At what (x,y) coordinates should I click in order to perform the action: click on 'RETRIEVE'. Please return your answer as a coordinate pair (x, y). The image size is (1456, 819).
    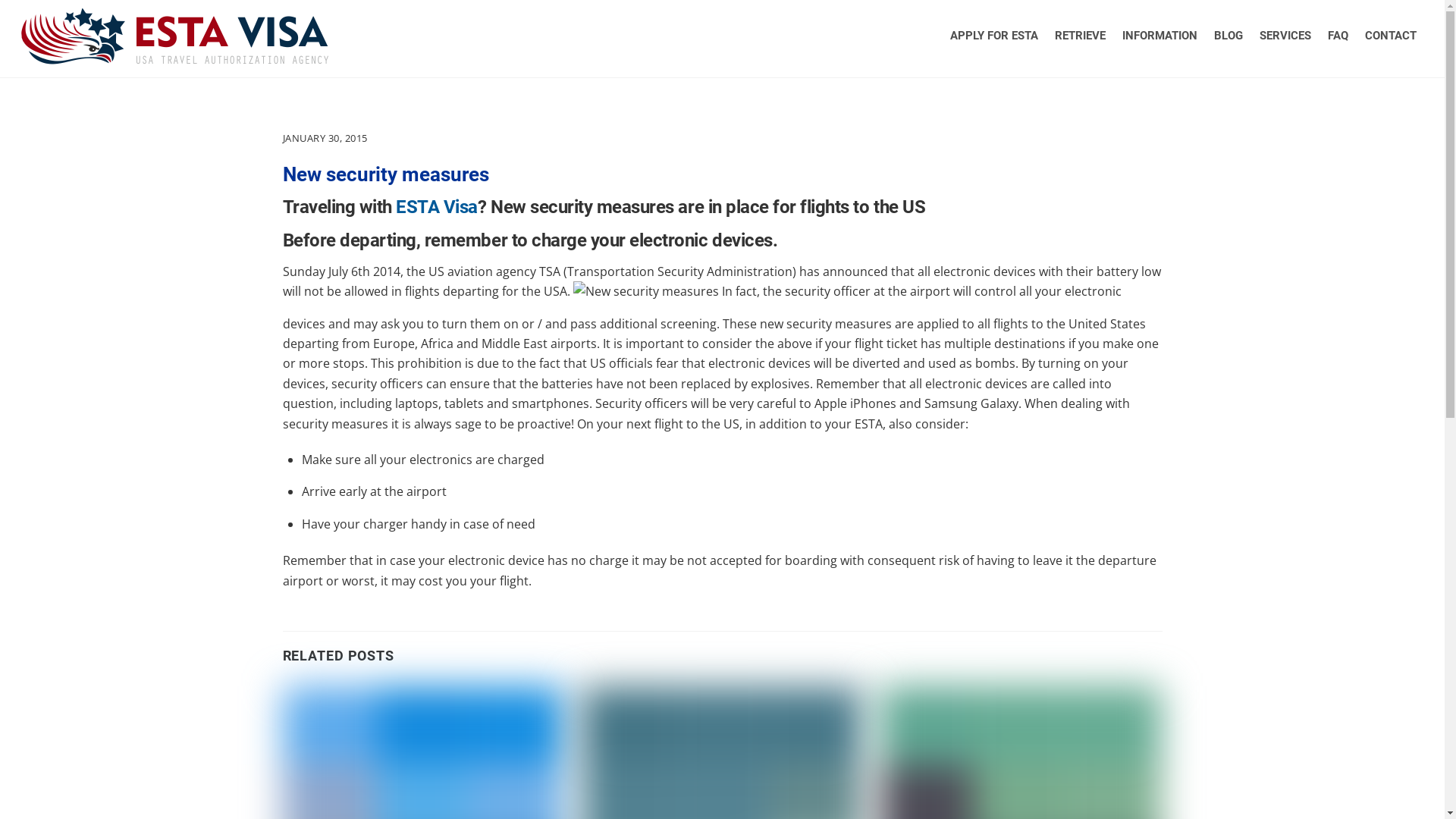
    Looking at the image, I should click on (1079, 34).